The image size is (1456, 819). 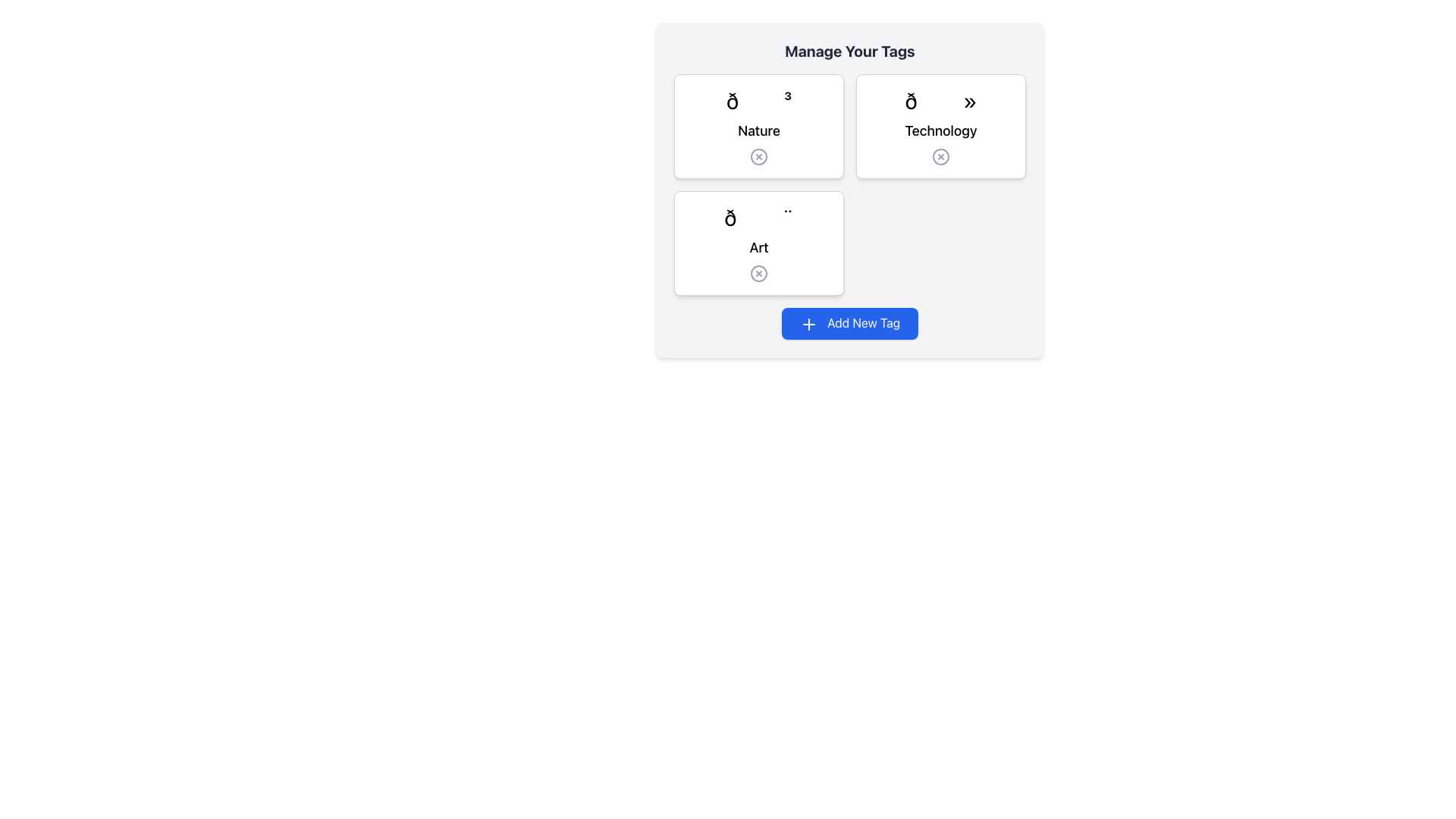 I want to click on the remove or close button, so click(x=759, y=157).